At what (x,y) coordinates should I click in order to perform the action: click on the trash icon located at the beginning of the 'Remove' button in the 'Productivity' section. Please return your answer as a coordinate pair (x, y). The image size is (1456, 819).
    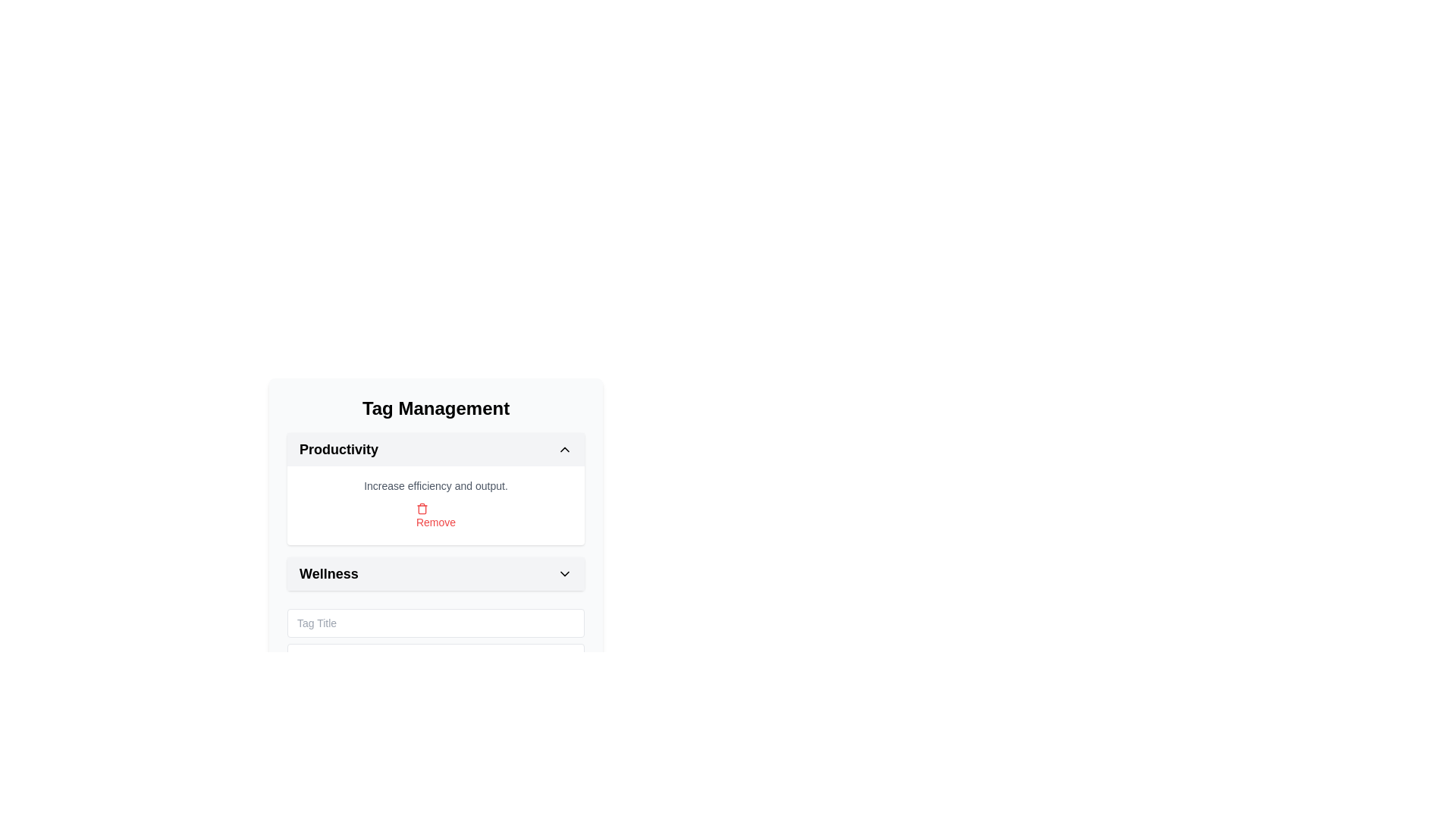
    Looking at the image, I should click on (422, 509).